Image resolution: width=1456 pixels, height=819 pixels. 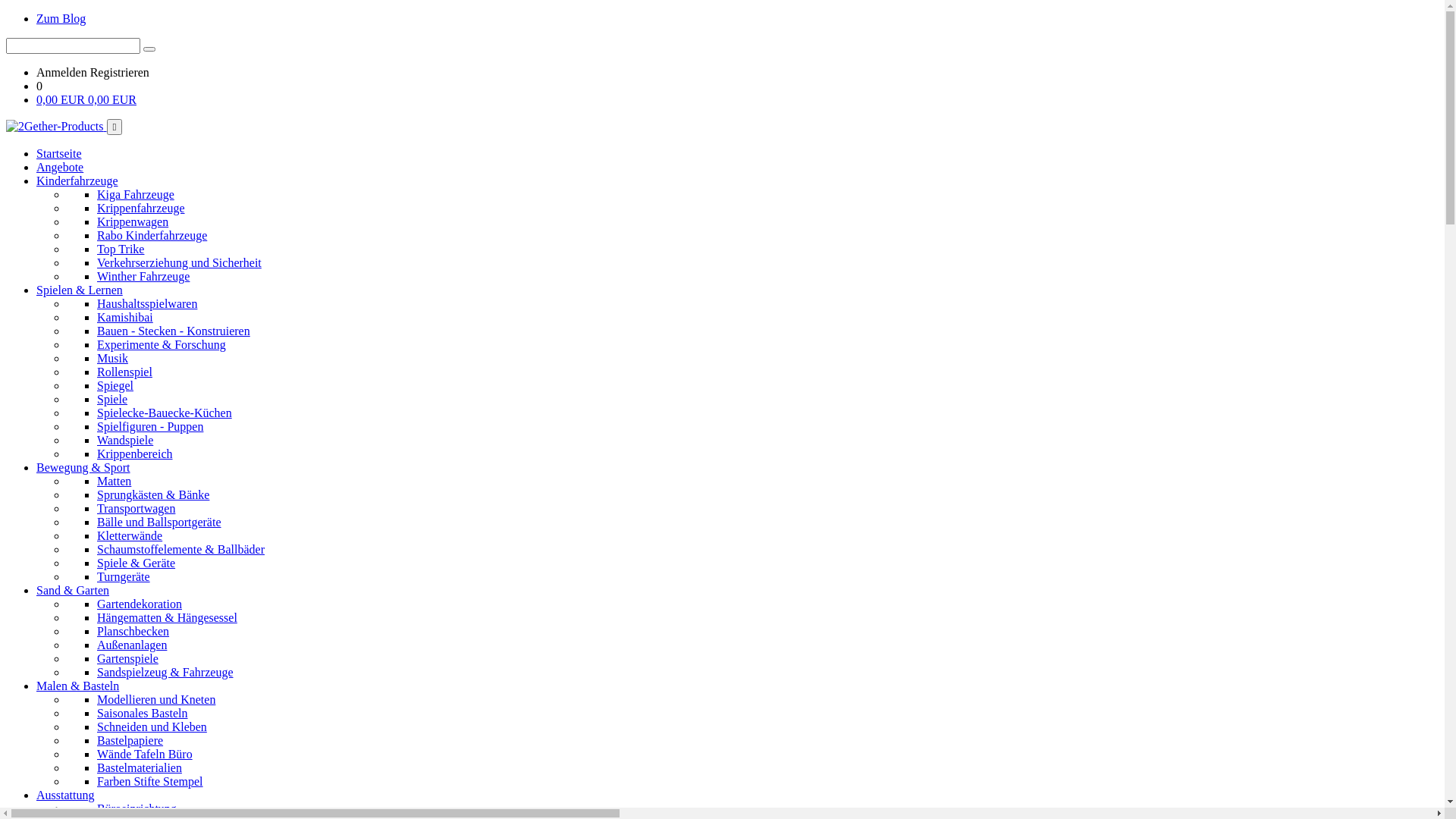 What do you see at coordinates (96, 440) in the screenshot?
I see `'Wandspiele'` at bounding box center [96, 440].